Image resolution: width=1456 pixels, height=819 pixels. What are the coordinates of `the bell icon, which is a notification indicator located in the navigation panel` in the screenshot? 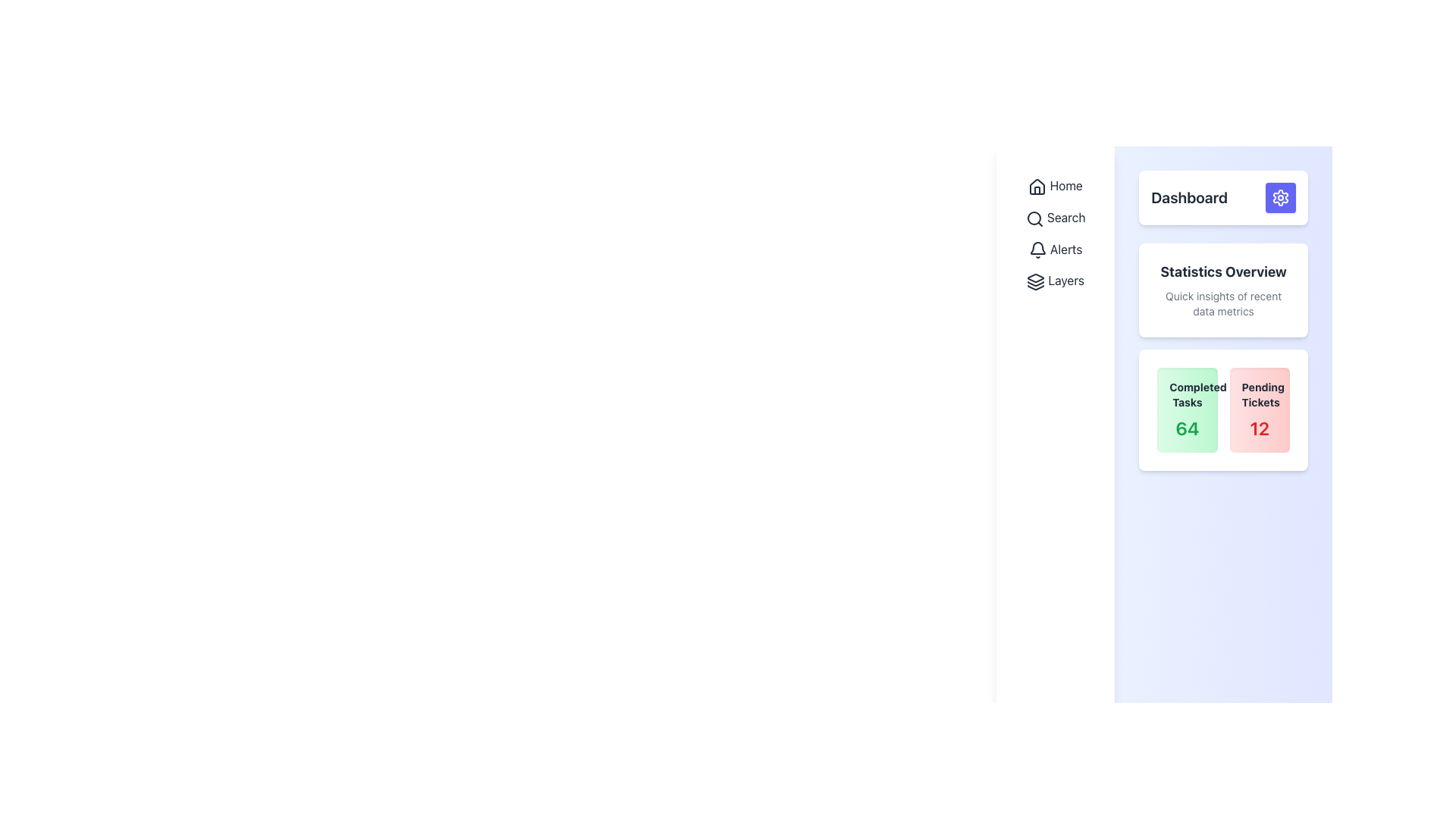 It's located at (1037, 249).